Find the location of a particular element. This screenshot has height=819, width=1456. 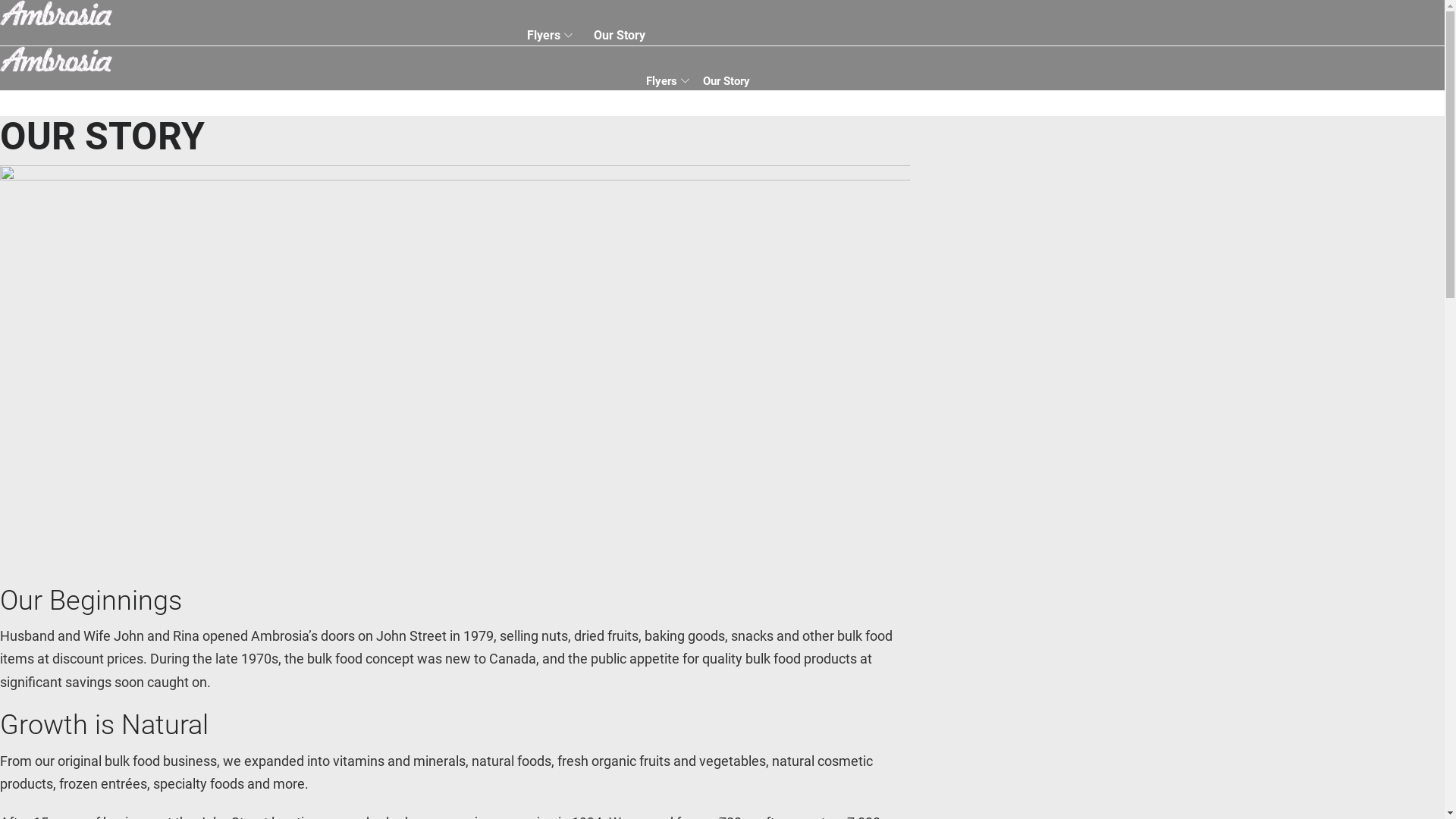

'Our Story' is located at coordinates (726, 81).